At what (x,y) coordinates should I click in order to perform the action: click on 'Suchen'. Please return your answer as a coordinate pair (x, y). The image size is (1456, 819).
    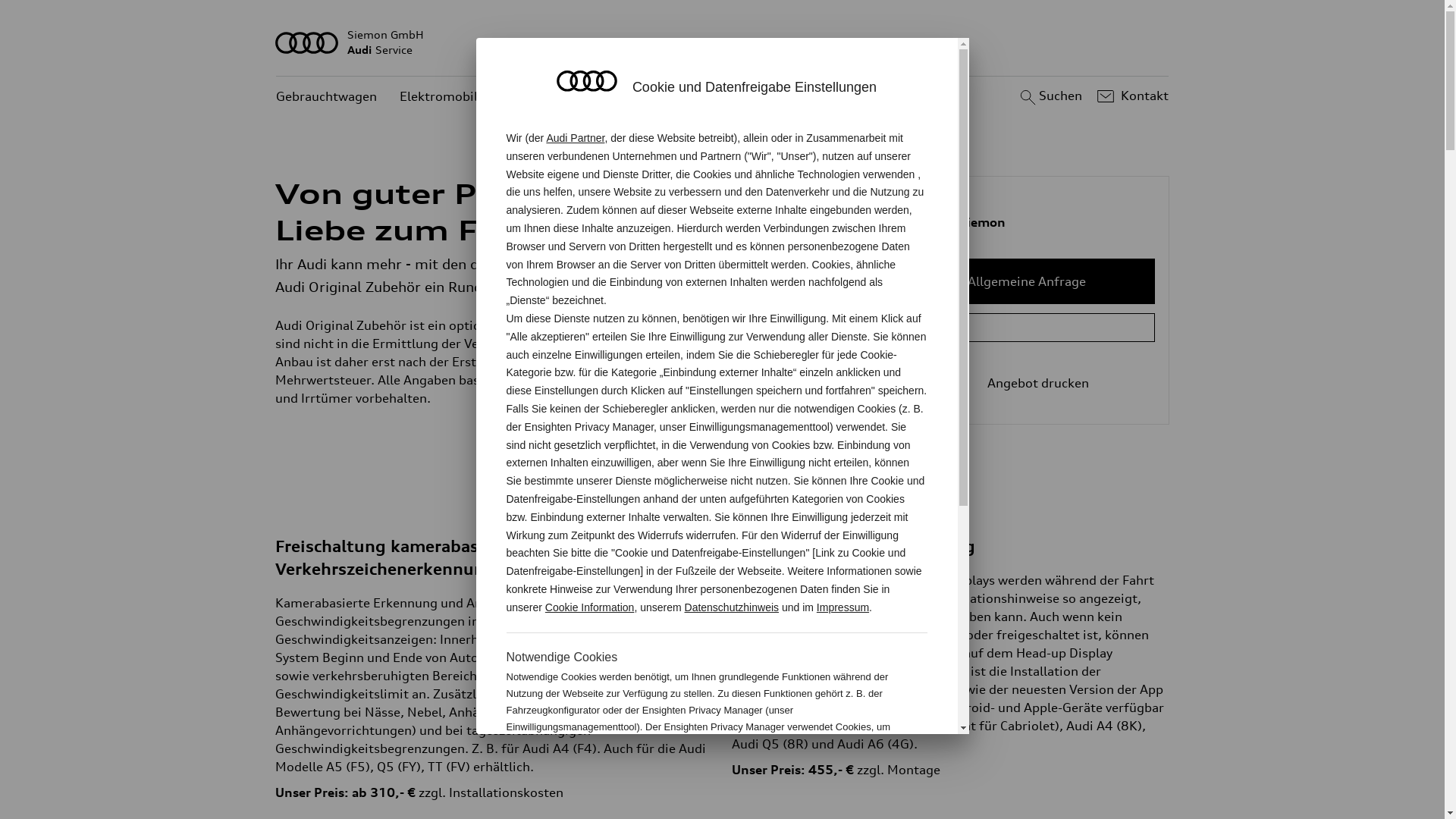
    Looking at the image, I should click on (1015, 96).